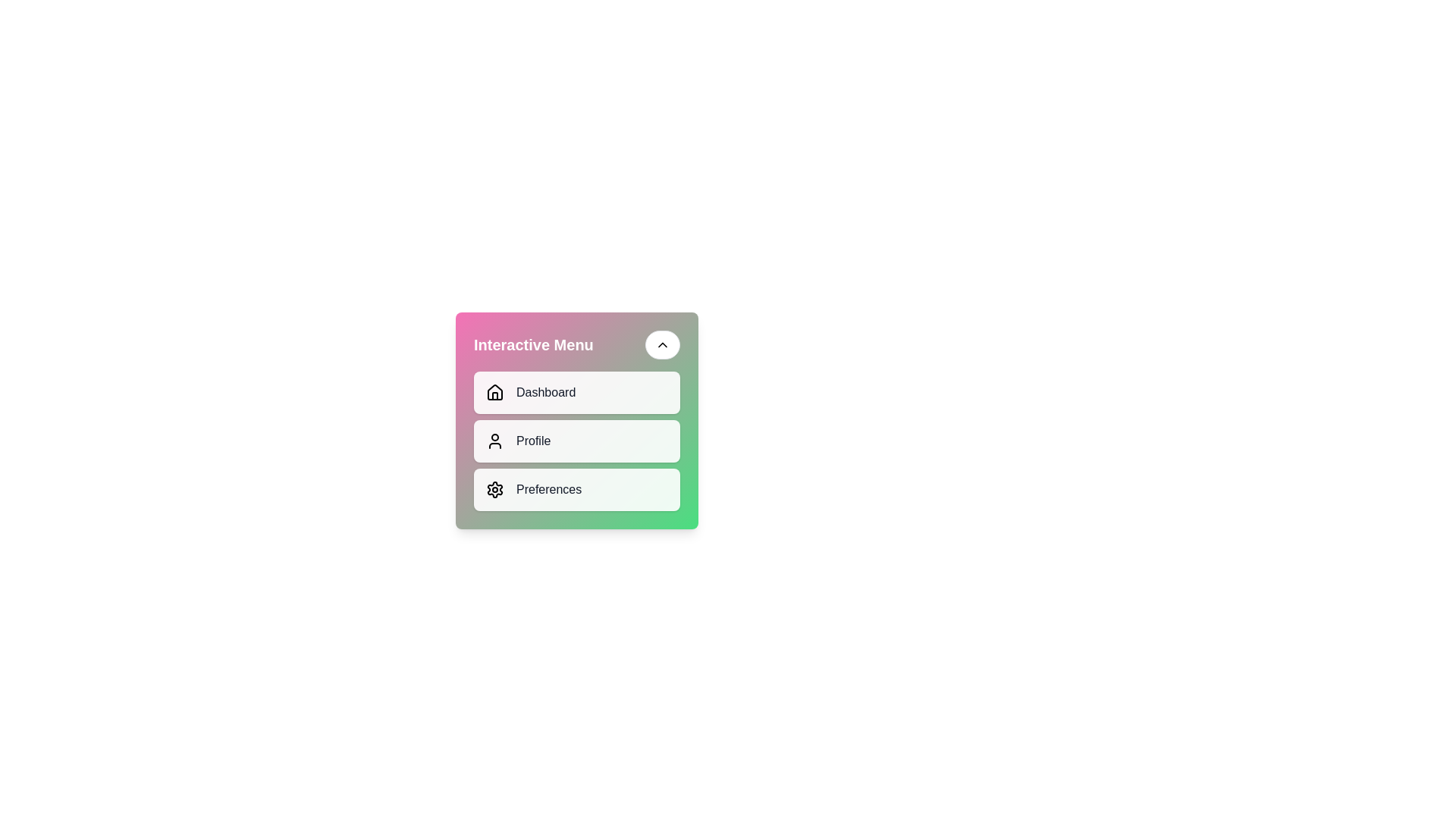 Image resolution: width=1456 pixels, height=819 pixels. Describe the element at coordinates (494, 391) in the screenshot. I see `the house icon located next to the 'Dashboard' text` at that location.